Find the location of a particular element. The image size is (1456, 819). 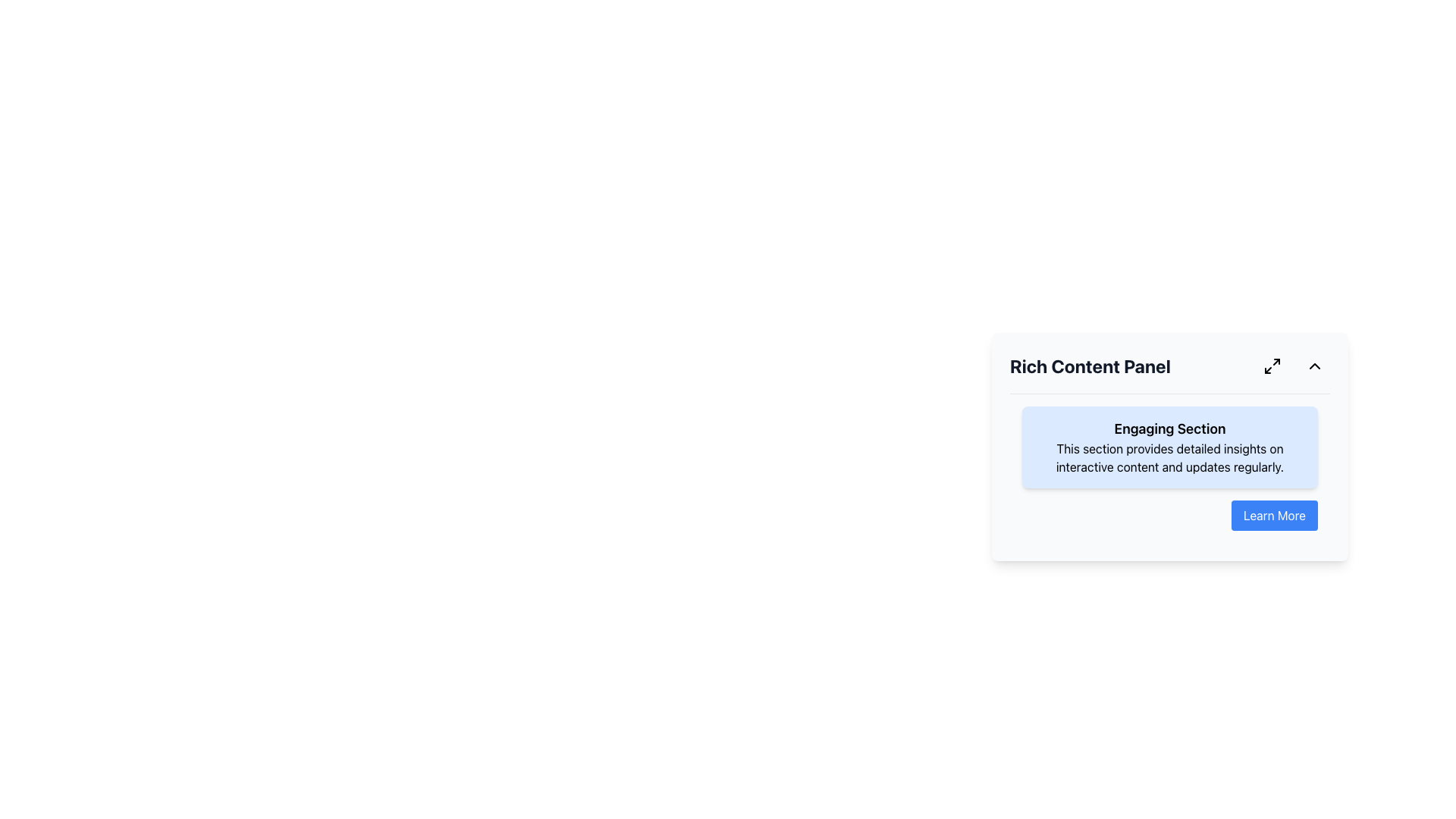

the rounded square button with diagonal arrows in the top-right corner of the 'Rich Content Panel' header to change its background color is located at coordinates (1272, 366).